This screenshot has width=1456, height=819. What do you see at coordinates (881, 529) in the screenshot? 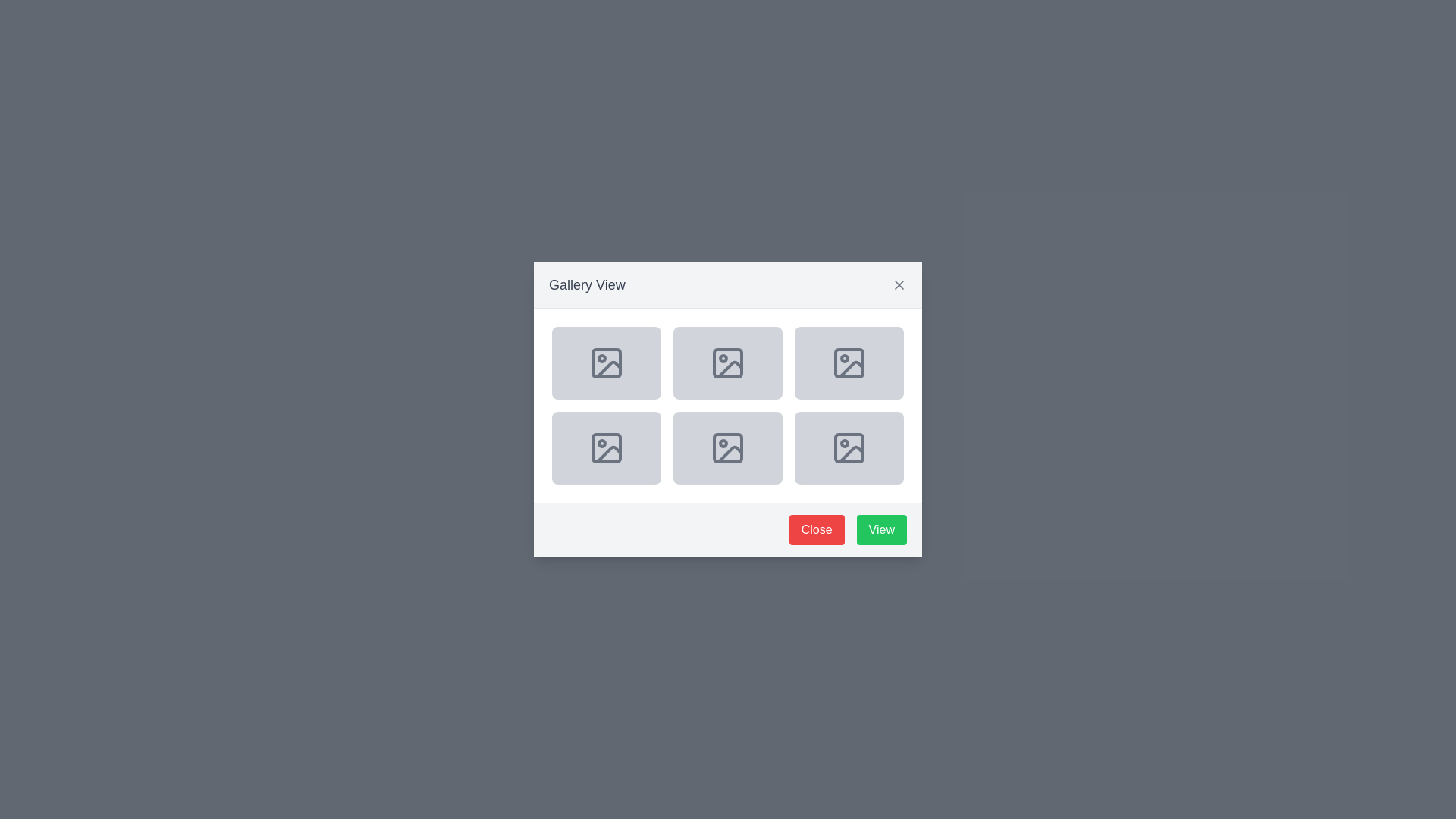
I see `the 'View' button located at the bottom-right corner of the modal window, positioned to the right of the 'Close' button` at bounding box center [881, 529].